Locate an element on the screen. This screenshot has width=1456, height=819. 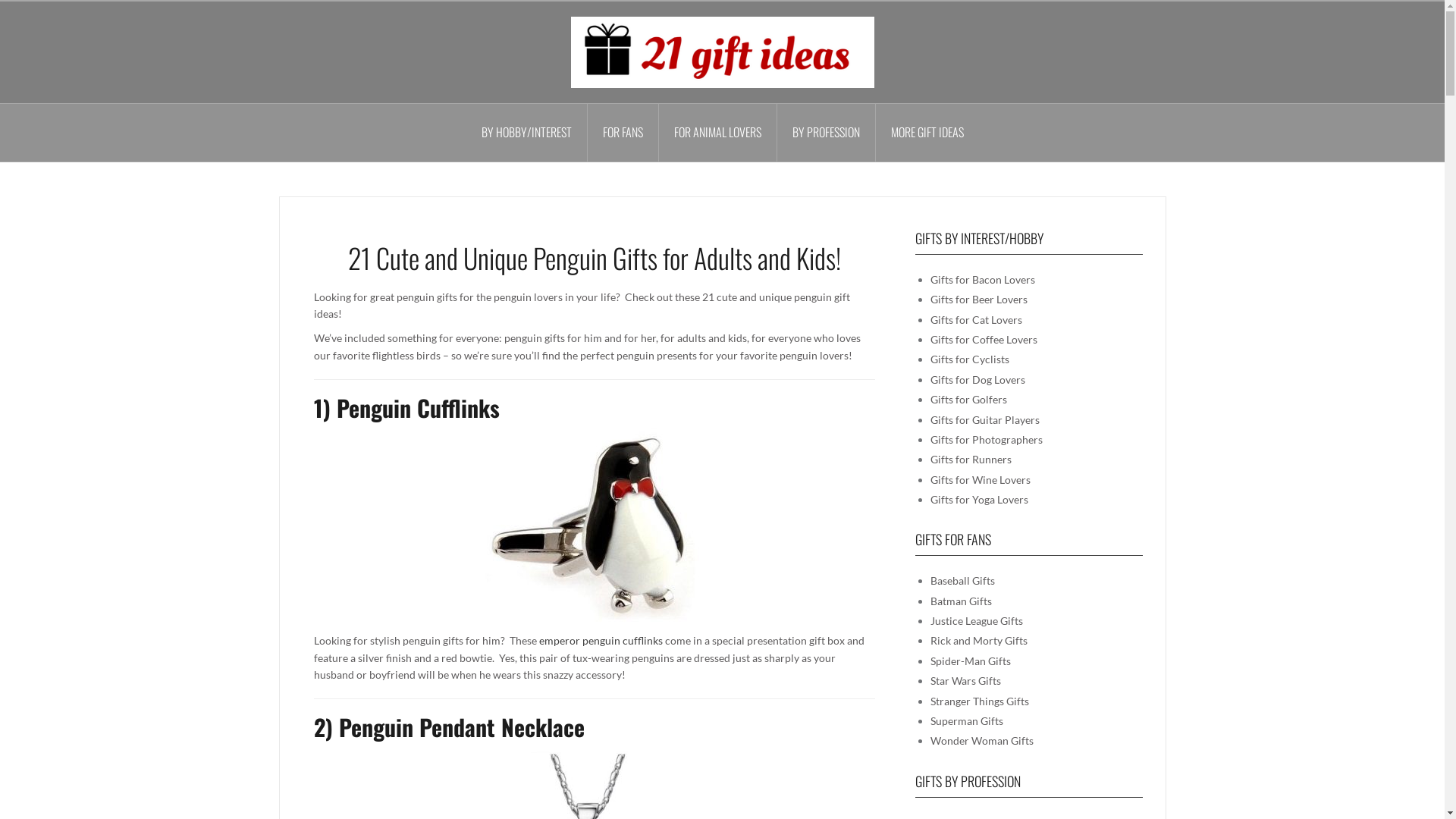
'FOR FANS' is located at coordinates (622, 131).